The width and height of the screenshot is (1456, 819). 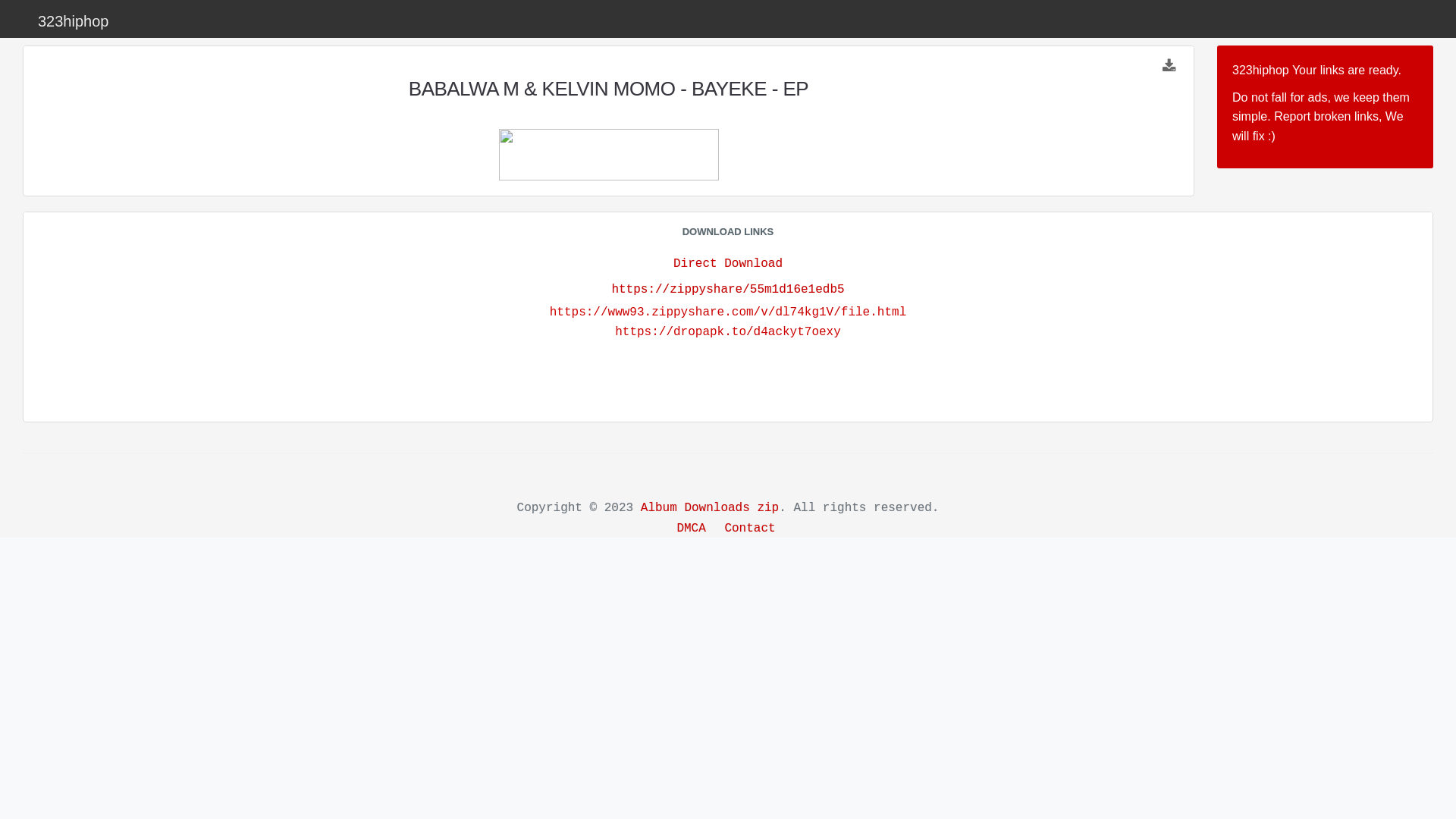 I want to click on 'https://www93.zippyshare.com/v/dl74kg1V/file.html', so click(x=728, y=312).